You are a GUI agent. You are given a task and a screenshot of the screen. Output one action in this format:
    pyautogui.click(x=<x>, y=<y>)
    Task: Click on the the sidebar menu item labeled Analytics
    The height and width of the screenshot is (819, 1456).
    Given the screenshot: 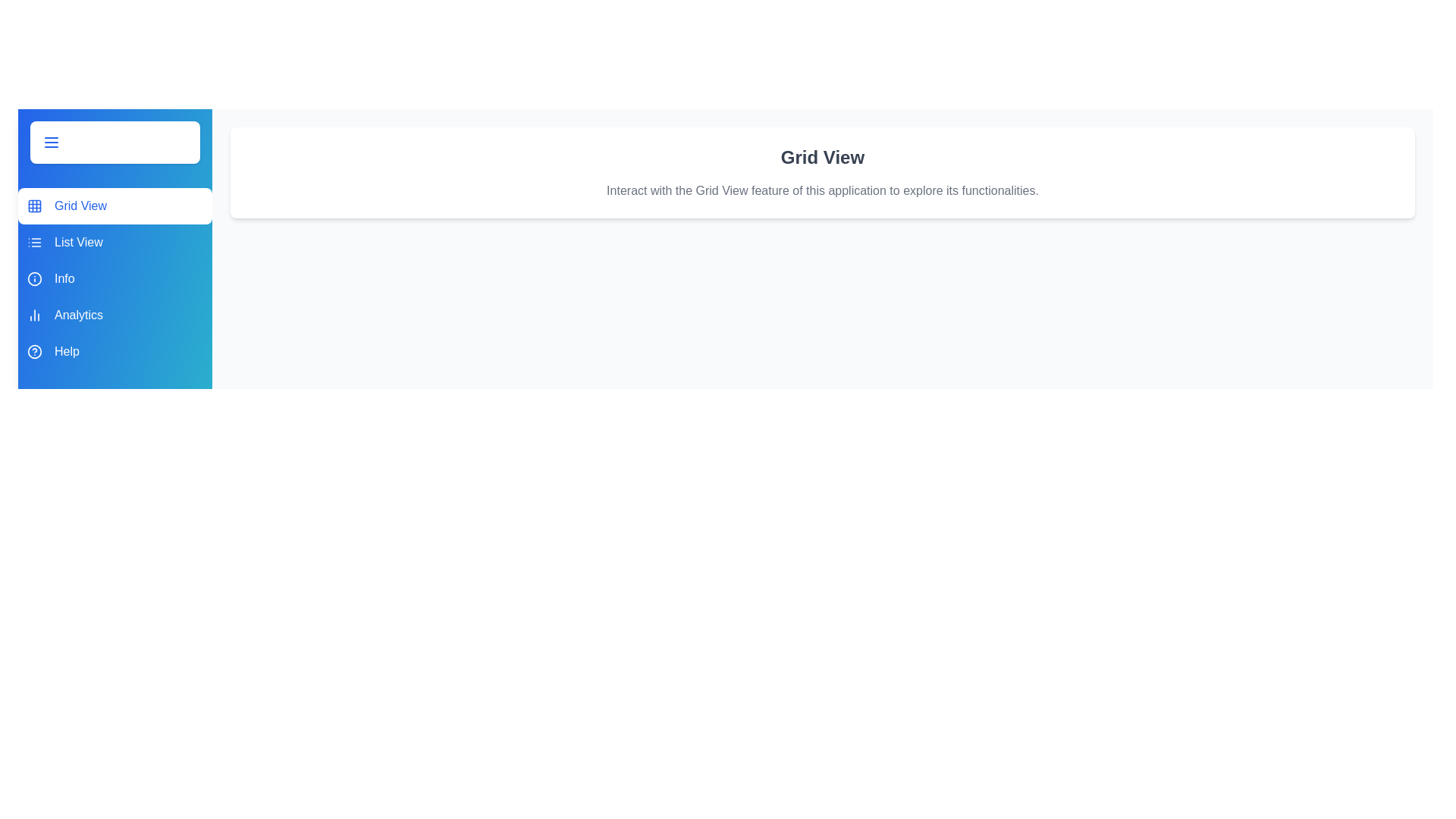 What is the action you would take?
    pyautogui.click(x=115, y=315)
    